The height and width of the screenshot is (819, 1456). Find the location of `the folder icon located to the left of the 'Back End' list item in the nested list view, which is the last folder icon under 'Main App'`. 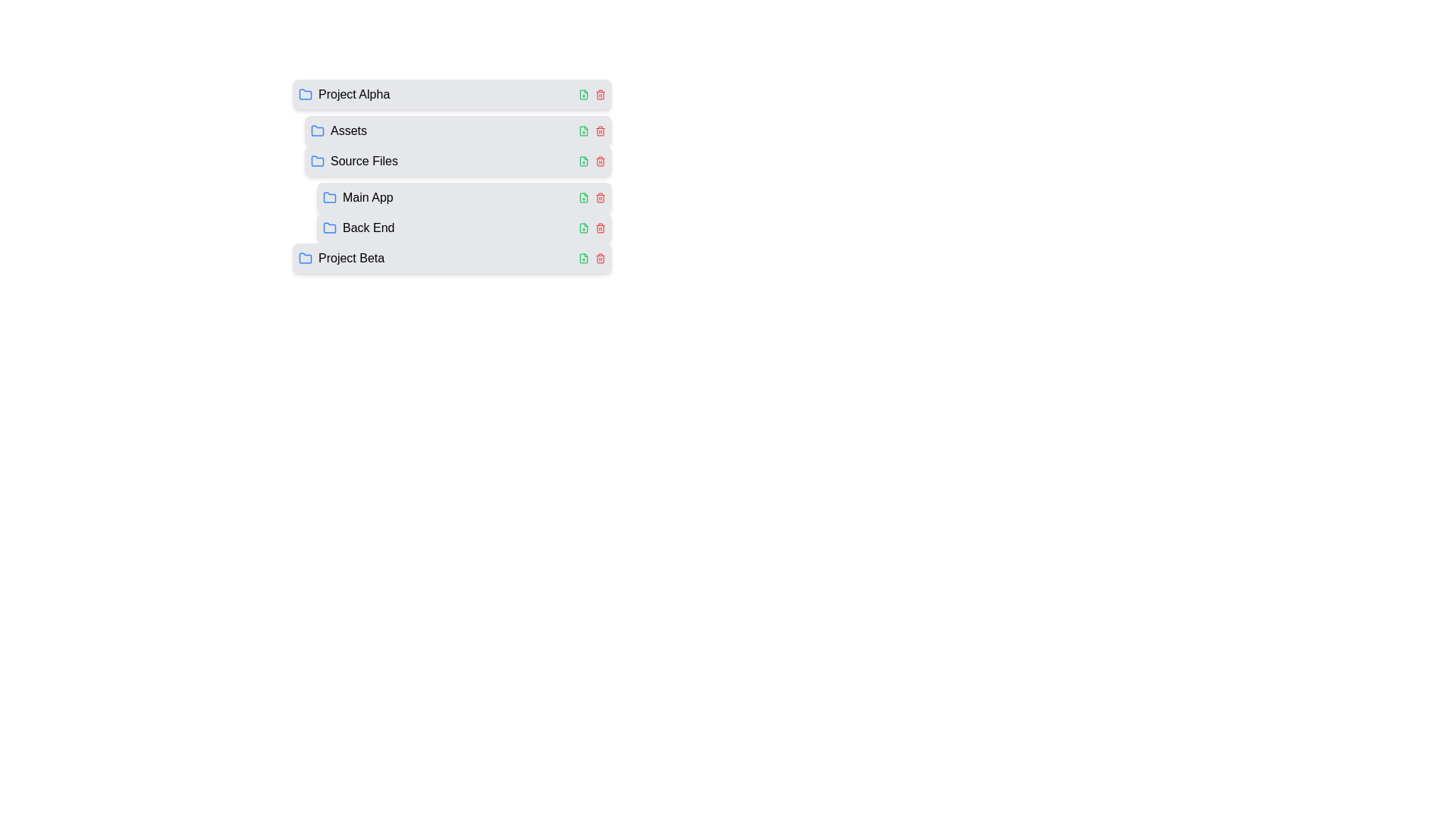

the folder icon located to the left of the 'Back End' list item in the nested list view, which is the last folder icon under 'Main App' is located at coordinates (329, 227).